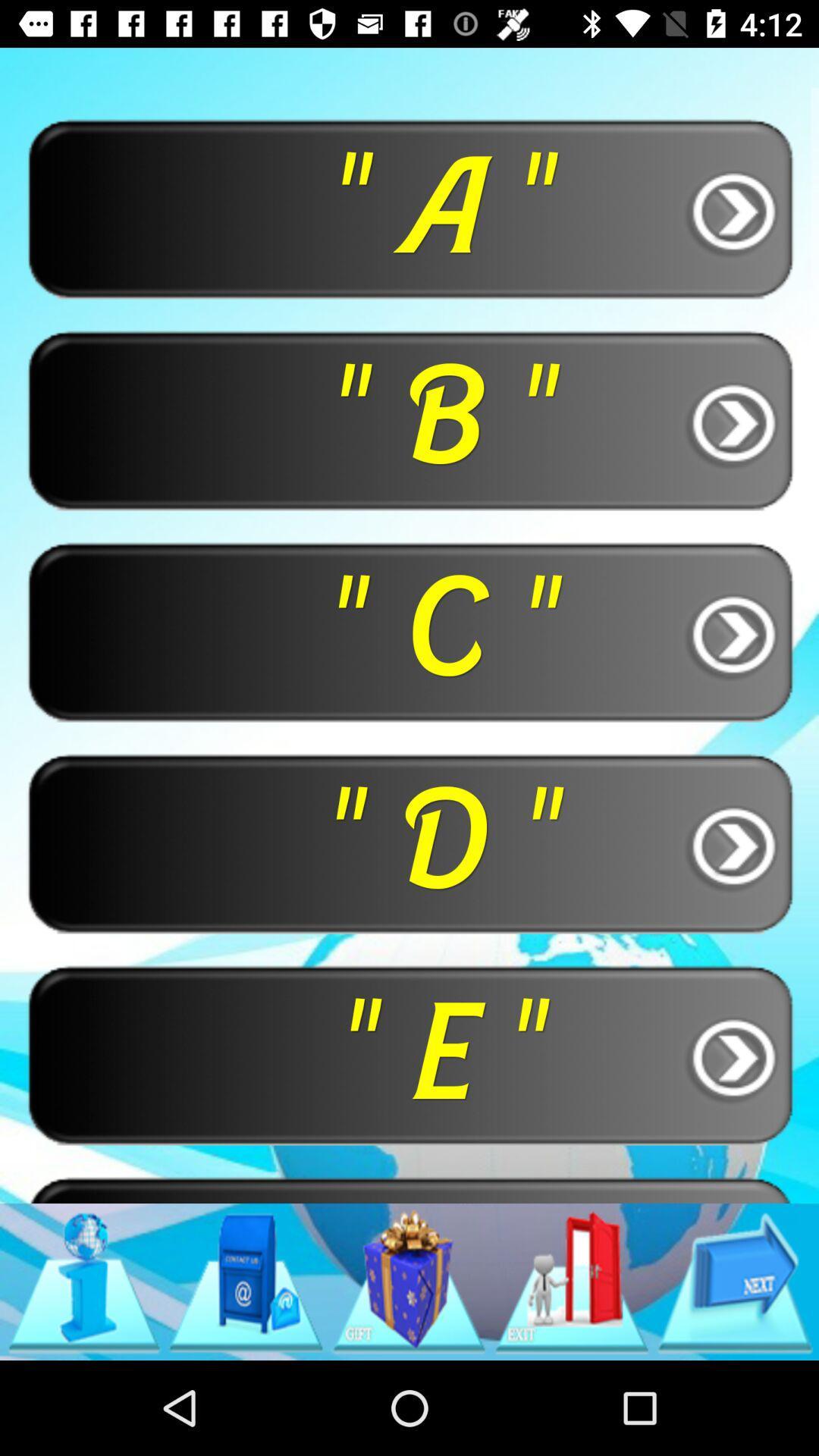 The height and width of the screenshot is (1456, 819). Describe the element at coordinates (245, 1281) in the screenshot. I see `mailbox option` at that location.